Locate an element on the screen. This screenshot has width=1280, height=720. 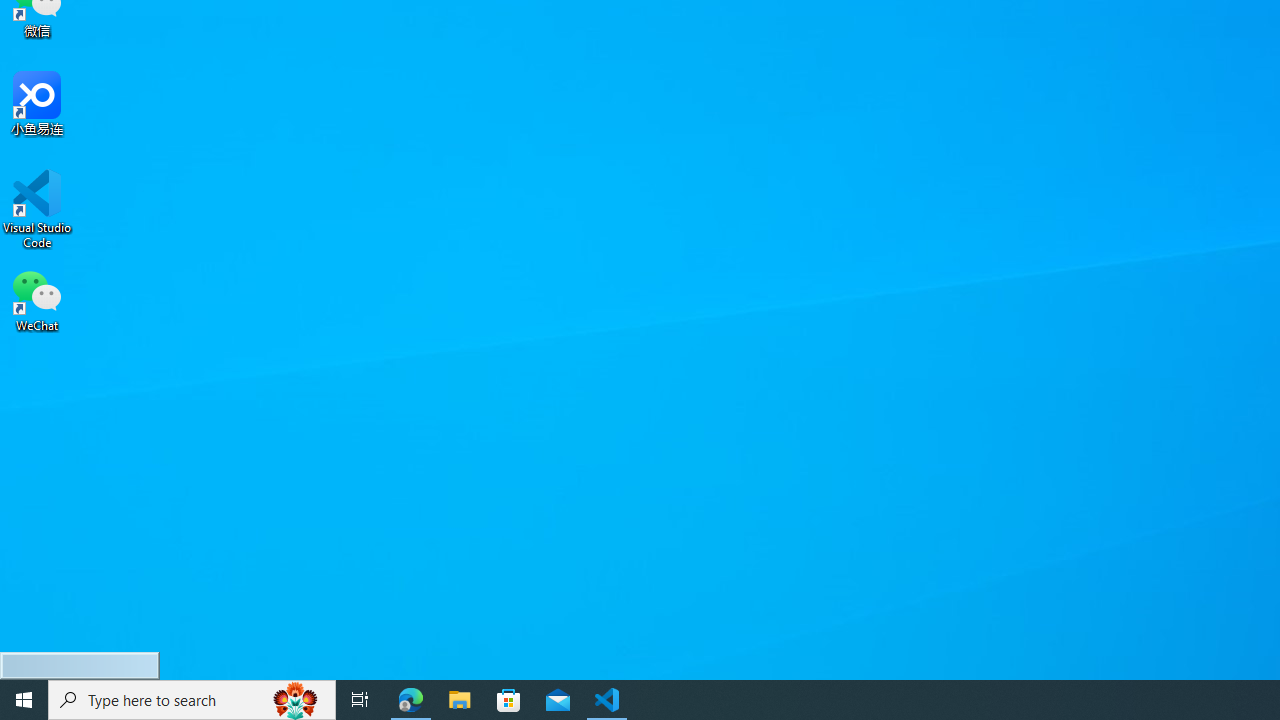
'Microsoft Edge - 1 running window' is located at coordinates (410, 698).